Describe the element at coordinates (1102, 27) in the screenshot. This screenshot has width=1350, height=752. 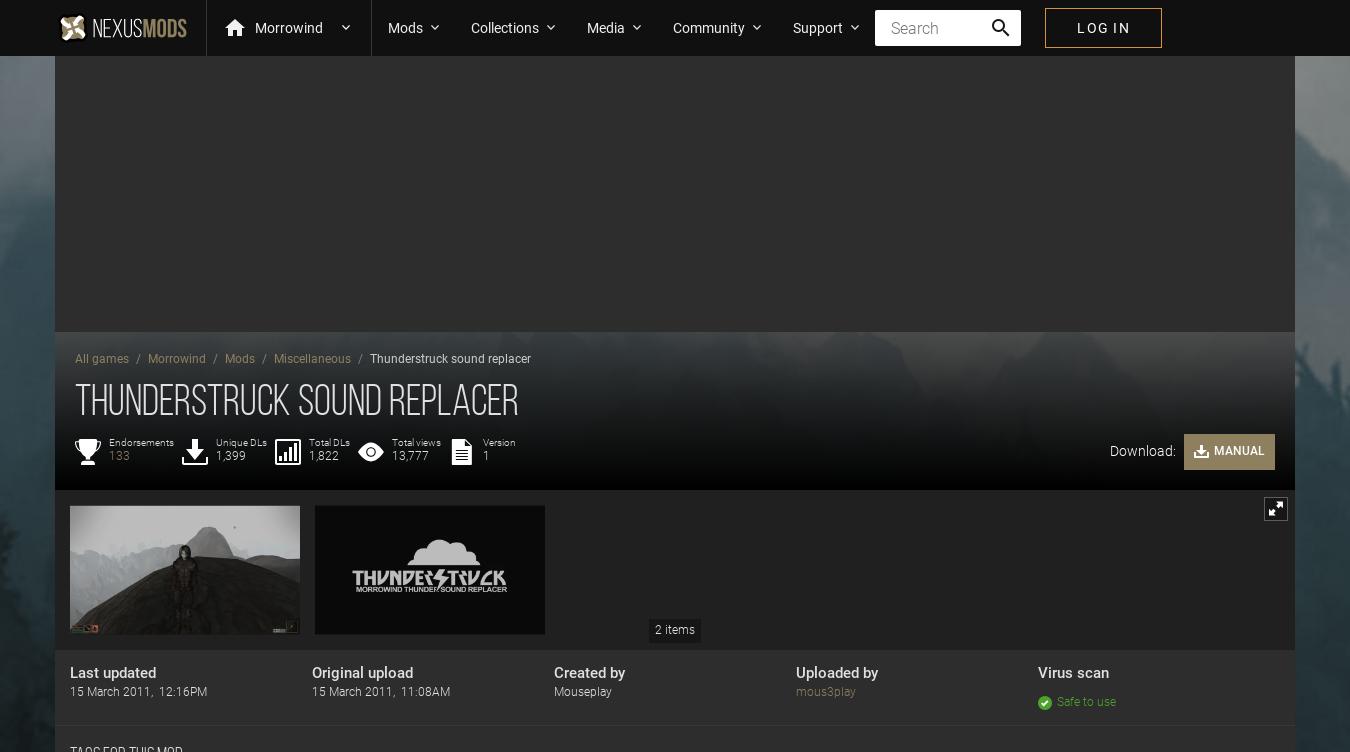
I see `'Log in'` at that location.